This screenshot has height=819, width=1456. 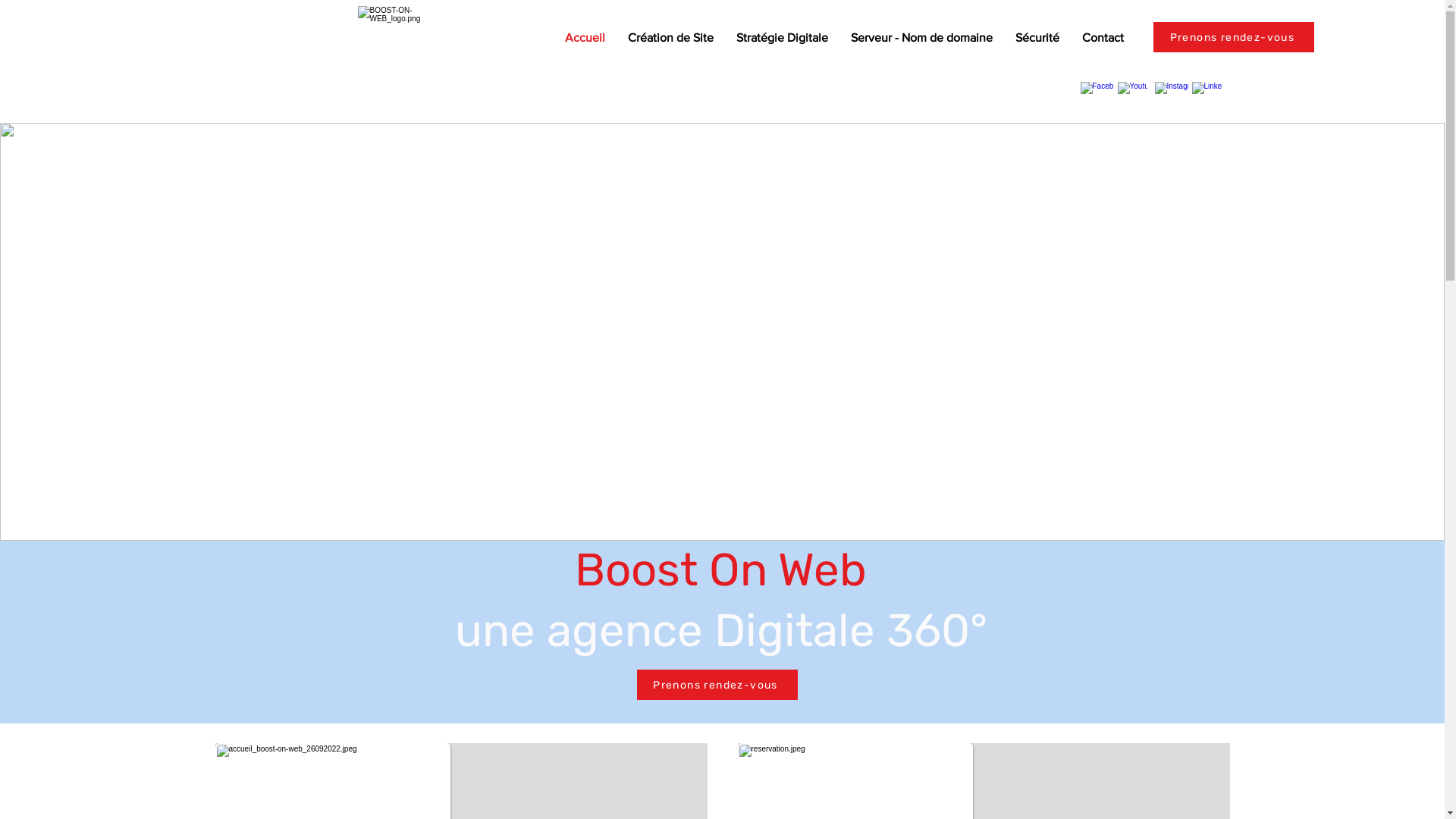 What do you see at coordinates (716, 684) in the screenshot?
I see `'Prenons rendez-vous'` at bounding box center [716, 684].